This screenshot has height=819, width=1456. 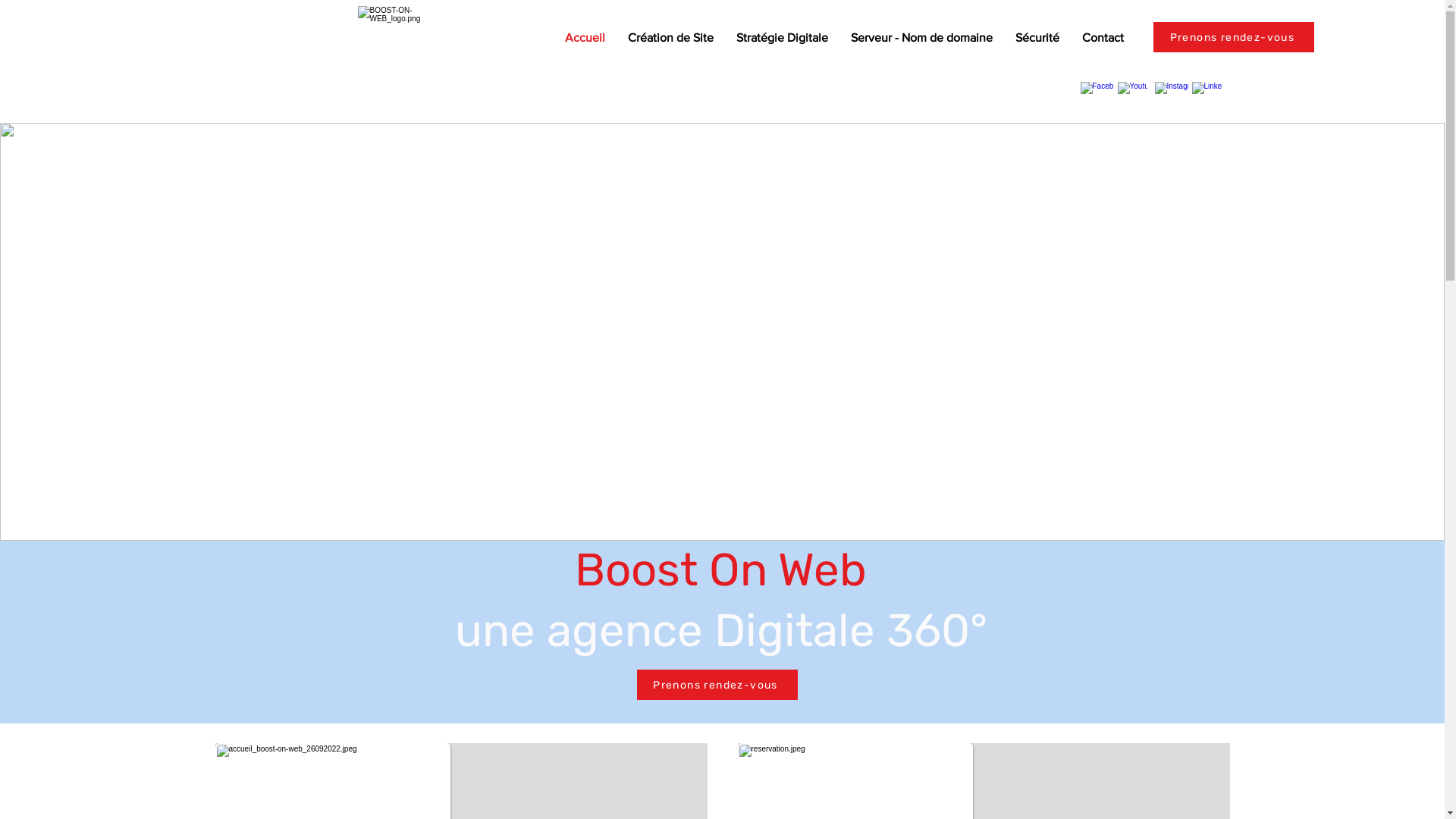 What do you see at coordinates (716, 684) in the screenshot?
I see `'Prenons rendez-vous'` at bounding box center [716, 684].